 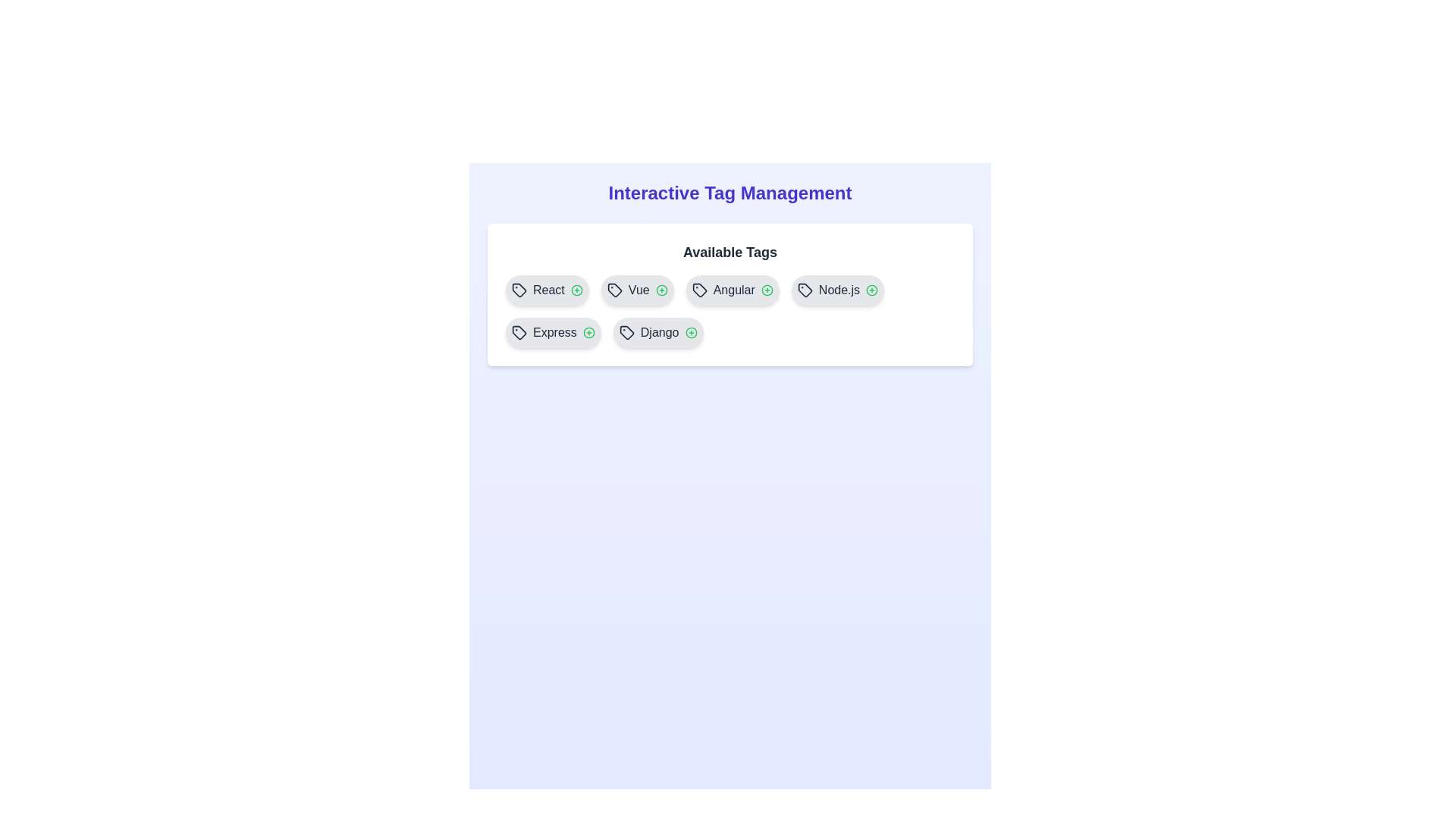 What do you see at coordinates (546, 290) in the screenshot?
I see `the rounded button labeled 'React' with a light grey background` at bounding box center [546, 290].